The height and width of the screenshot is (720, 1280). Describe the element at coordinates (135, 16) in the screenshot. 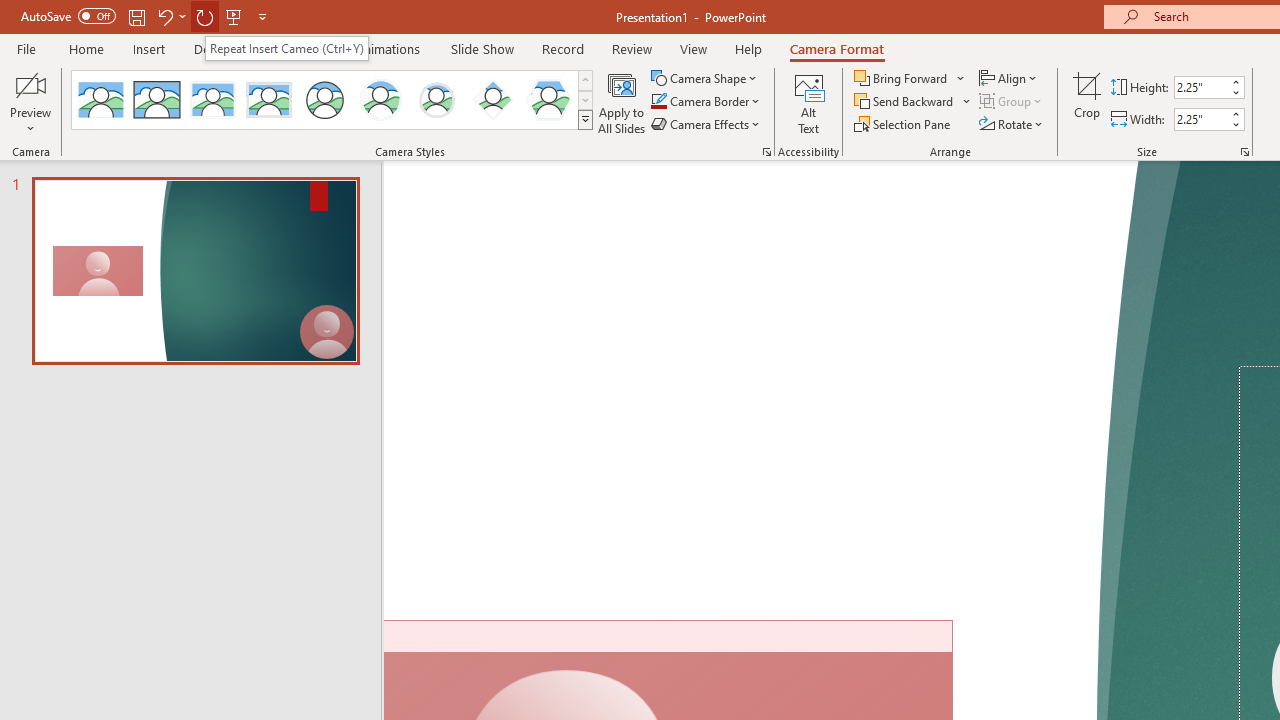

I see `'Save'` at that location.